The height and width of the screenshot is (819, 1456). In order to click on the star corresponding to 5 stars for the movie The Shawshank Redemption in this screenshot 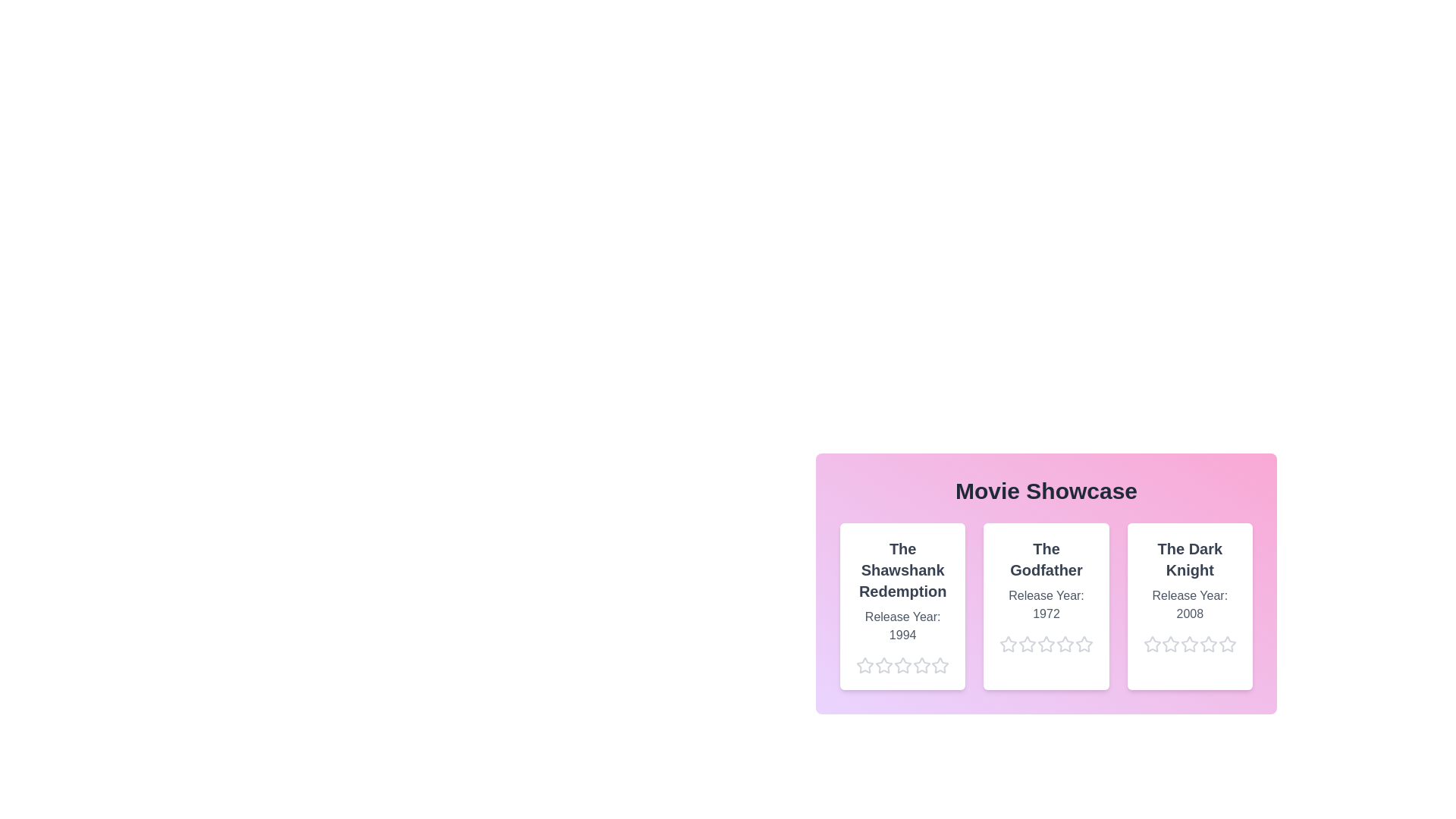, I will do `click(930, 665)`.